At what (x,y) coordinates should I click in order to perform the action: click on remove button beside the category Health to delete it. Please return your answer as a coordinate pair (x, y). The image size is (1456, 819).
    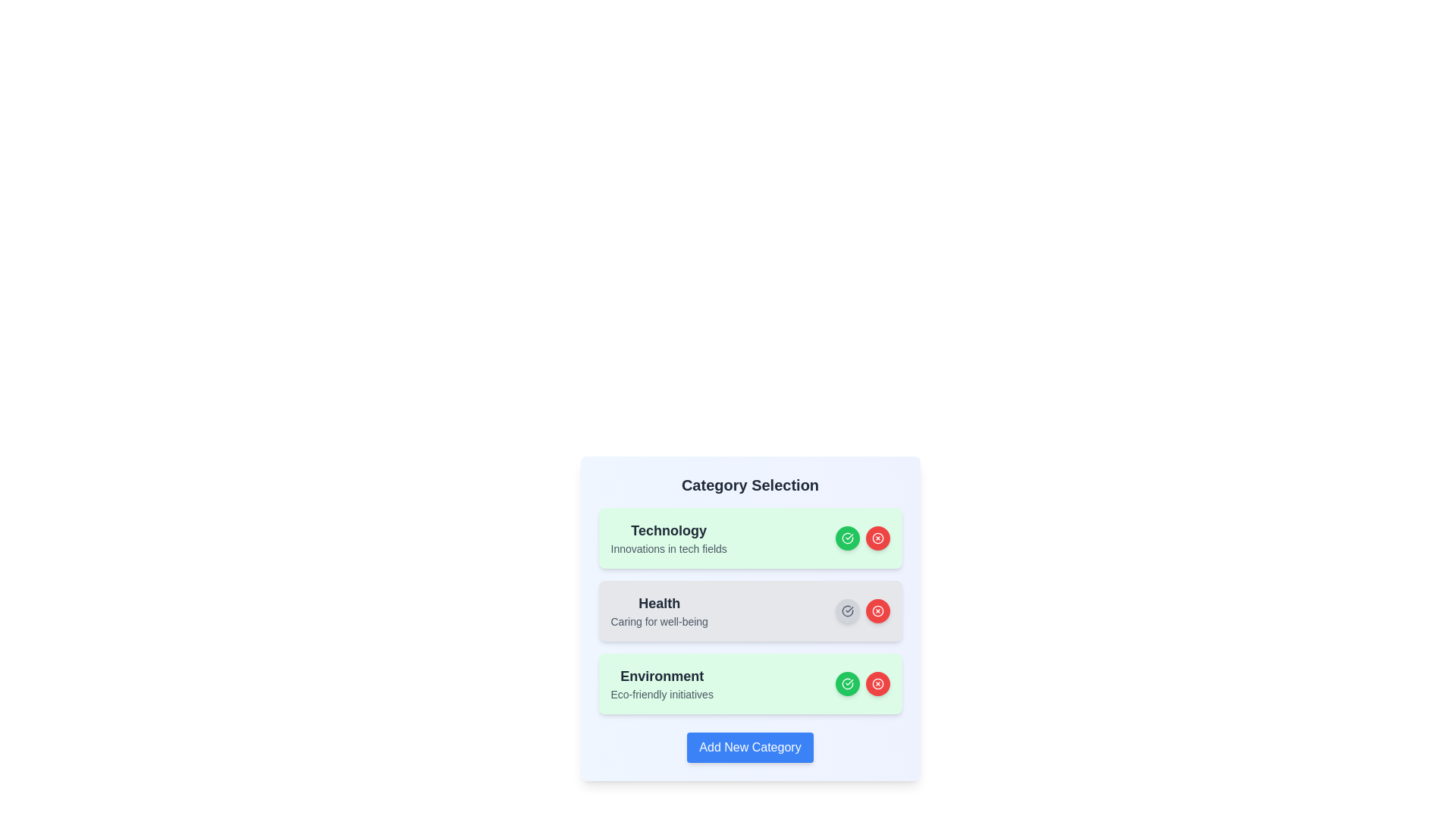
    Looking at the image, I should click on (877, 610).